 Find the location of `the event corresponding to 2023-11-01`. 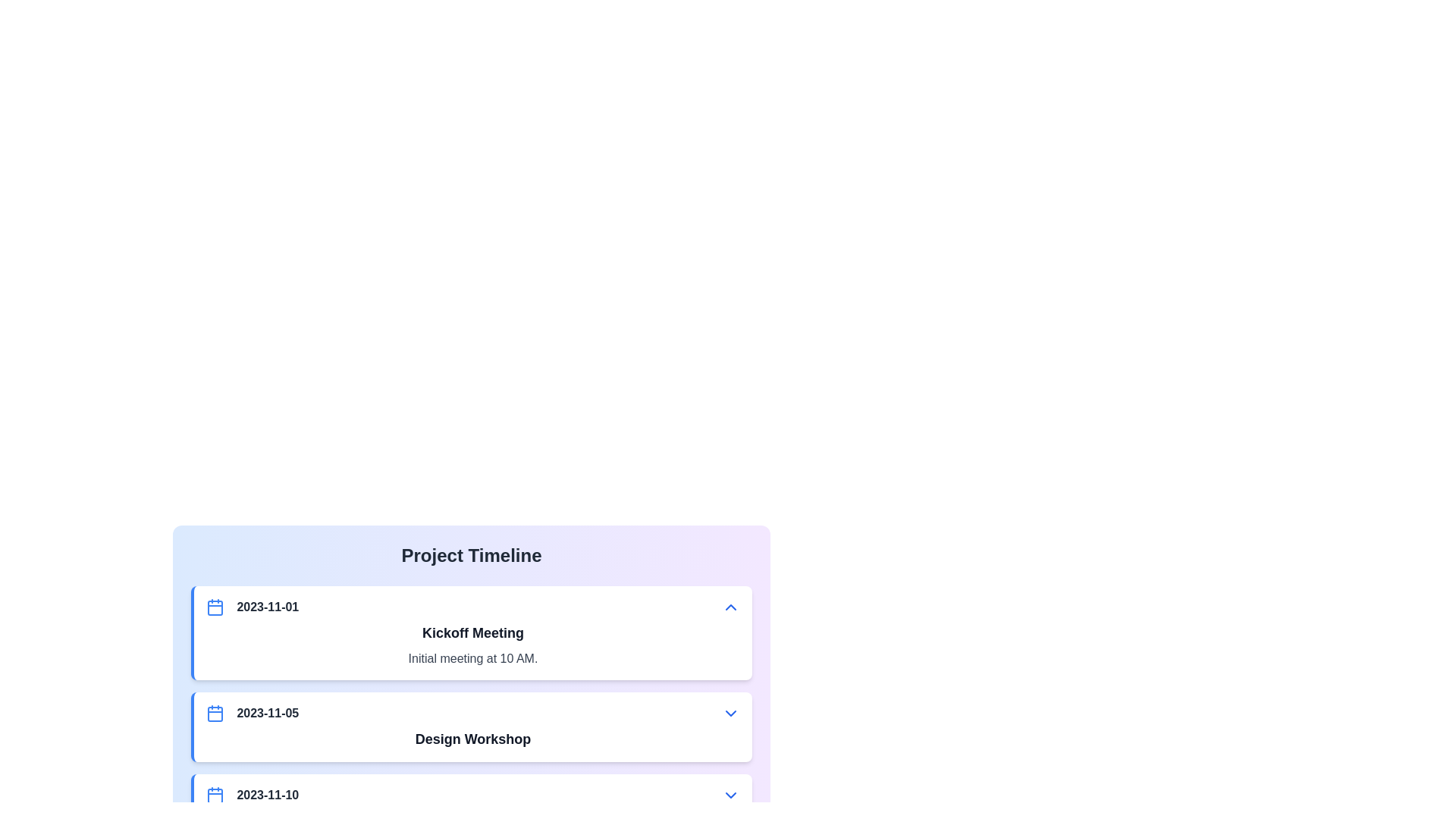

the event corresponding to 2023-11-01 is located at coordinates (471, 632).